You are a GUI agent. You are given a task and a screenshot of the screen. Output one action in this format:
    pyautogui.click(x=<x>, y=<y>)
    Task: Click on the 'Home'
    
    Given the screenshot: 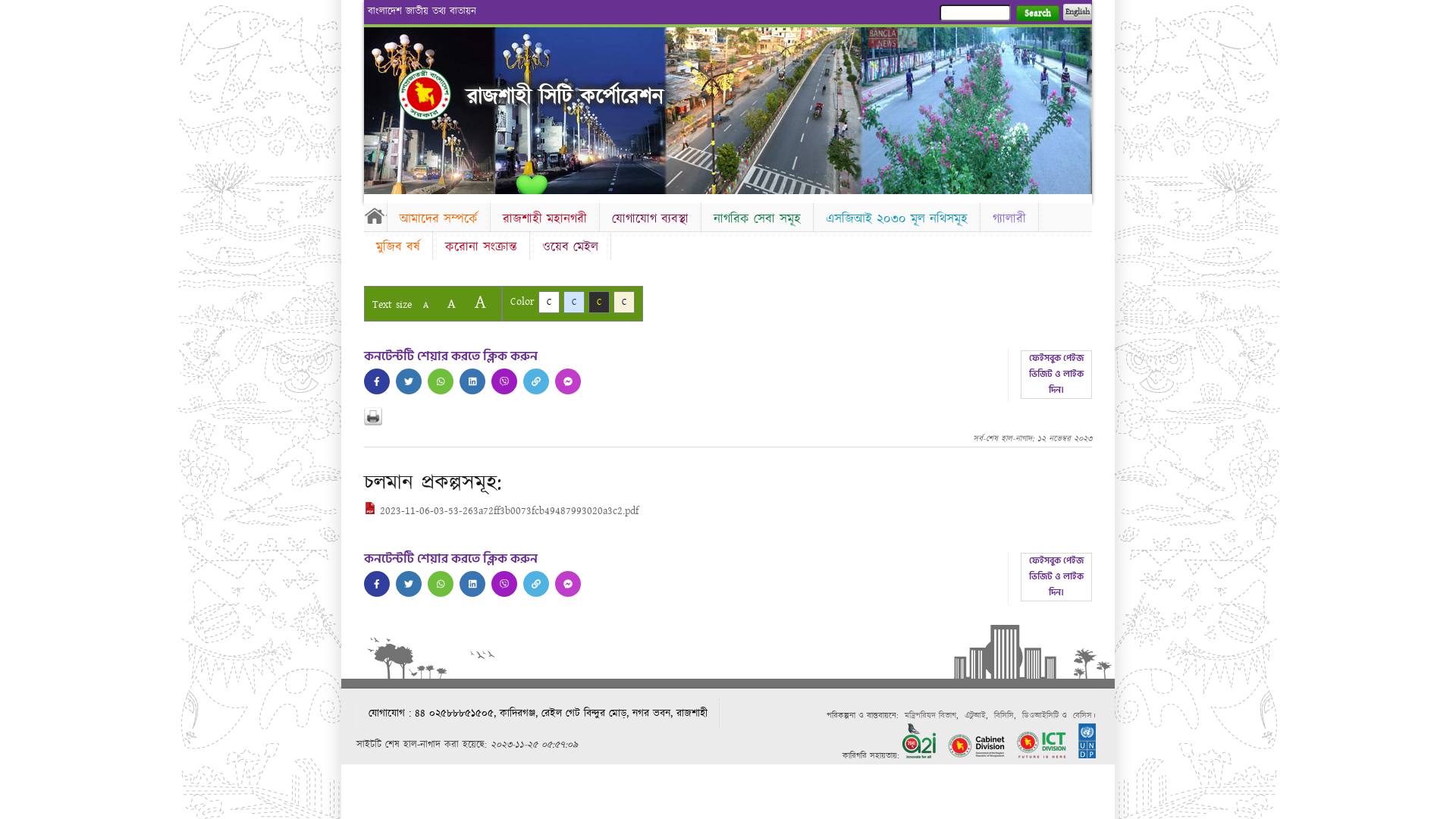 What is the action you would take?
    pyautogui.click(x=375, y=215)
    